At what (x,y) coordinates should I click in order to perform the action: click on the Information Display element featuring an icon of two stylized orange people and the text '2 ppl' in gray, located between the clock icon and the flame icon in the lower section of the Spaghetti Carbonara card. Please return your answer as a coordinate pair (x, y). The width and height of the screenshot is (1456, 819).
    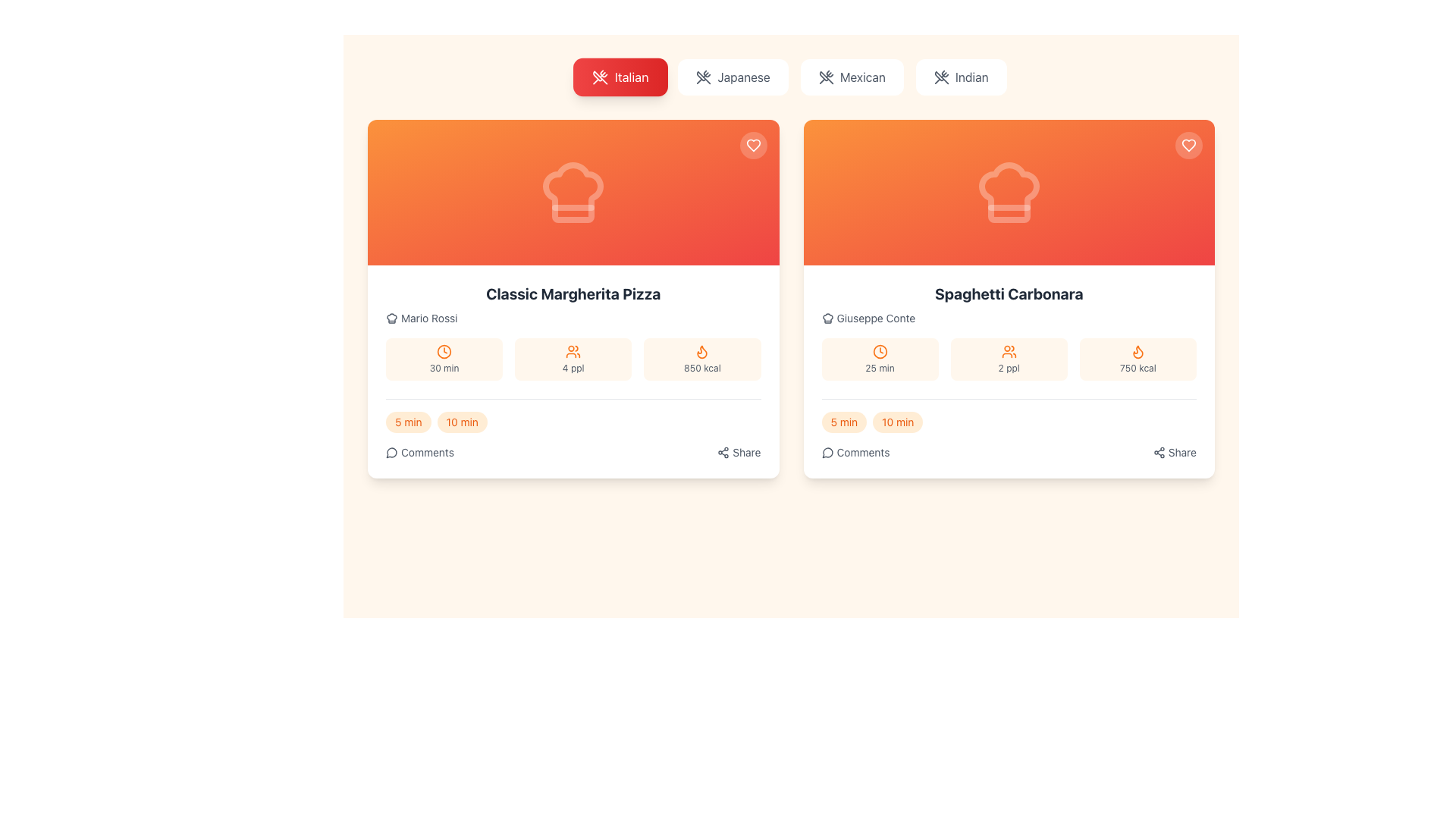
    Looking at the image, I should click on (1009, 359).